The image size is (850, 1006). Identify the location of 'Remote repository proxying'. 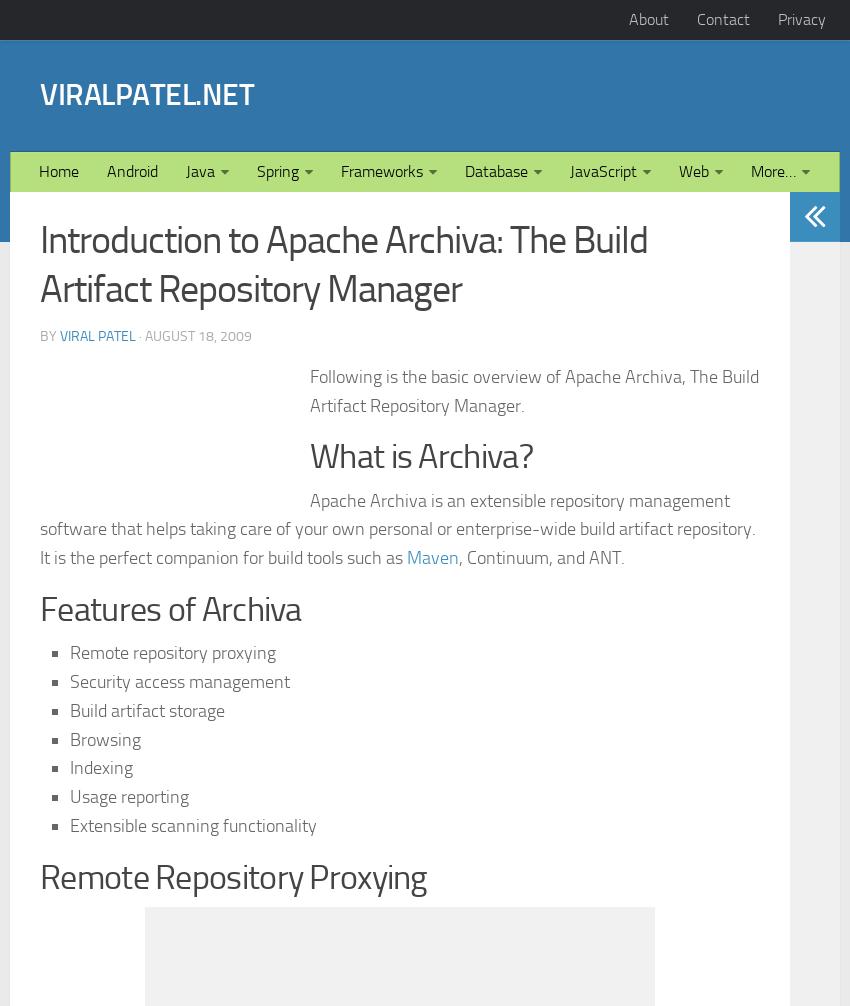
(171, 931).